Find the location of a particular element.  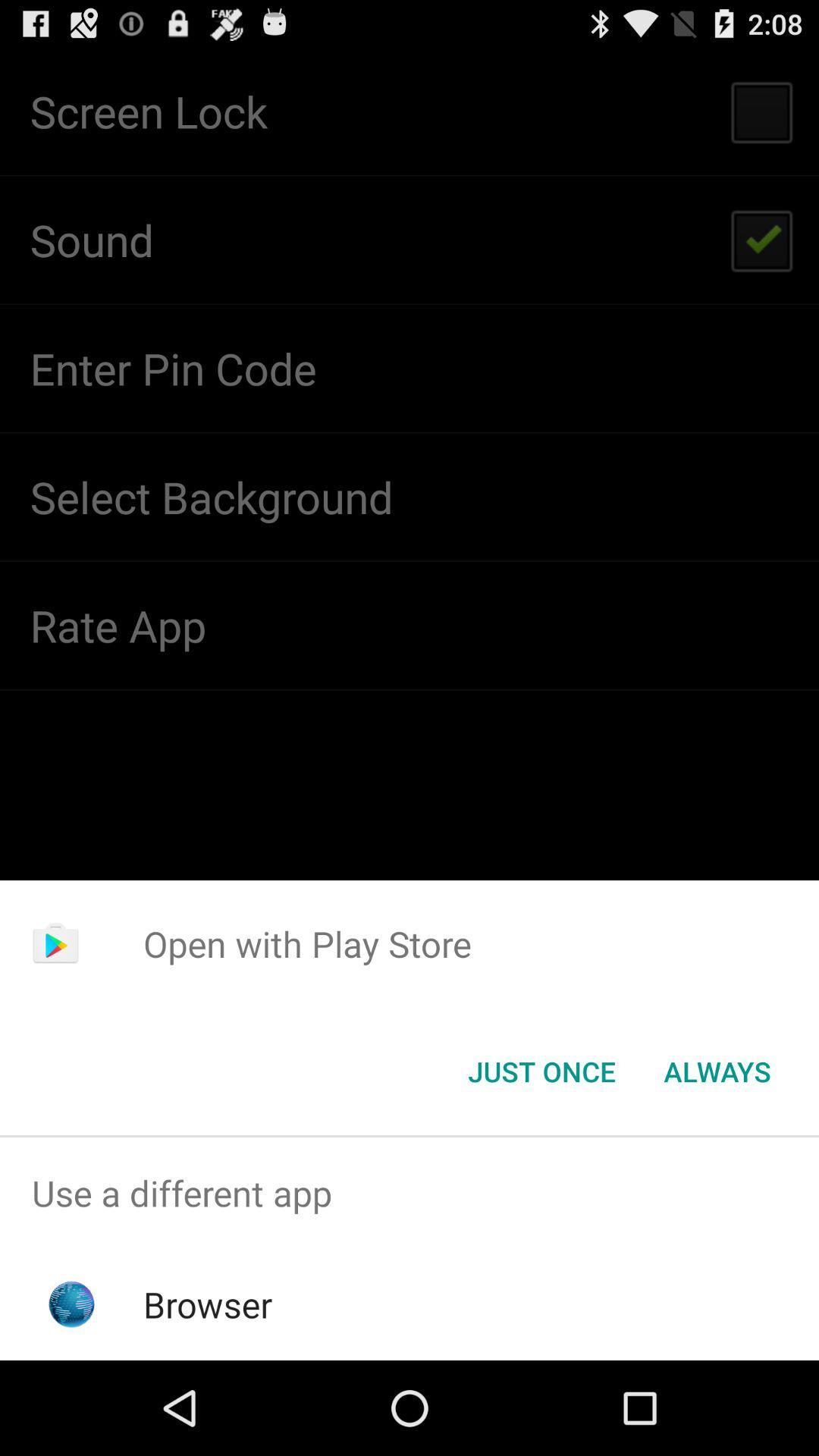

use a different is located at coordinates (409, 1192).